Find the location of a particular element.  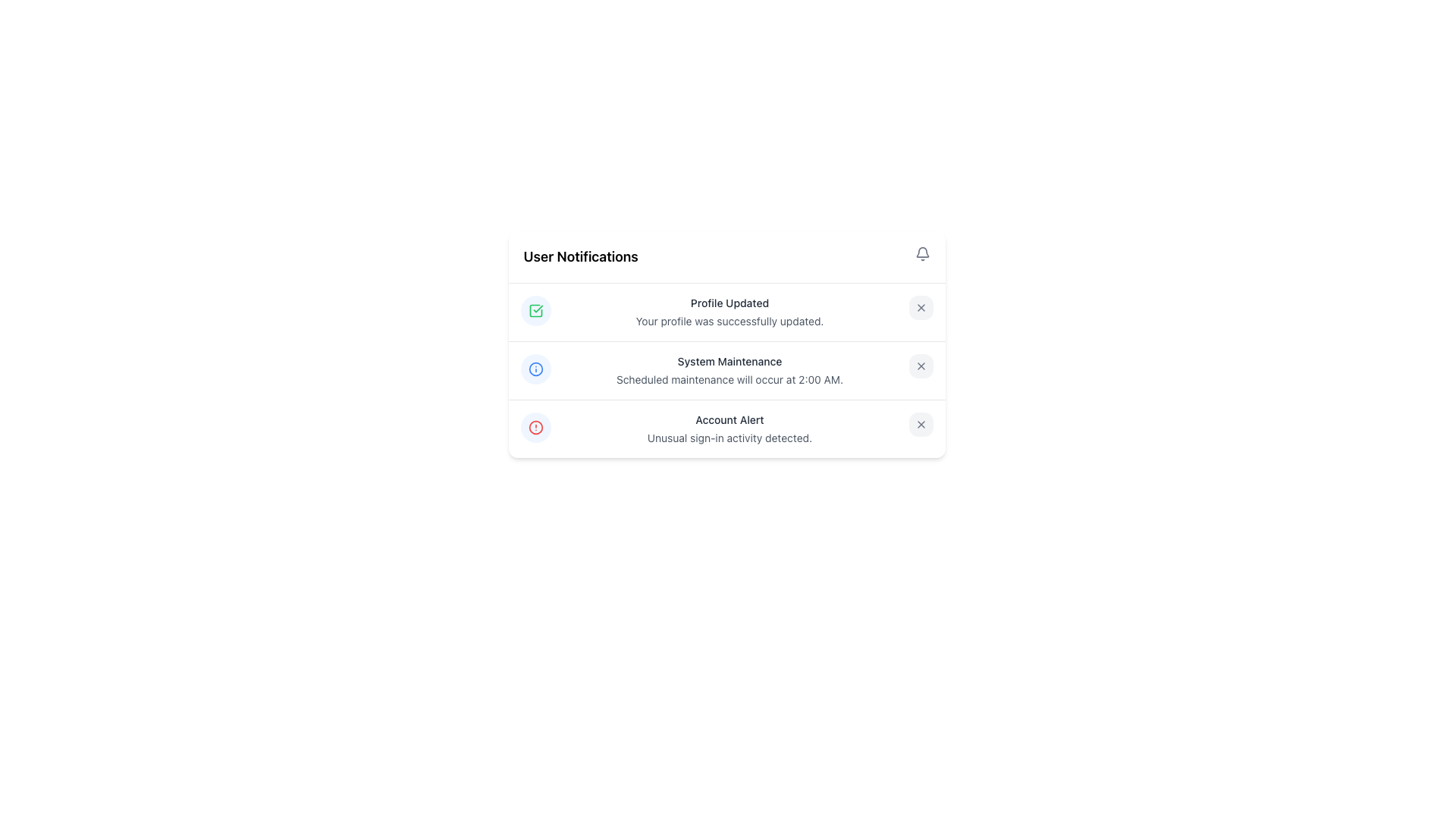

the second notification item that informs about scheduled system maintenance is located at coordinates (726, 370).